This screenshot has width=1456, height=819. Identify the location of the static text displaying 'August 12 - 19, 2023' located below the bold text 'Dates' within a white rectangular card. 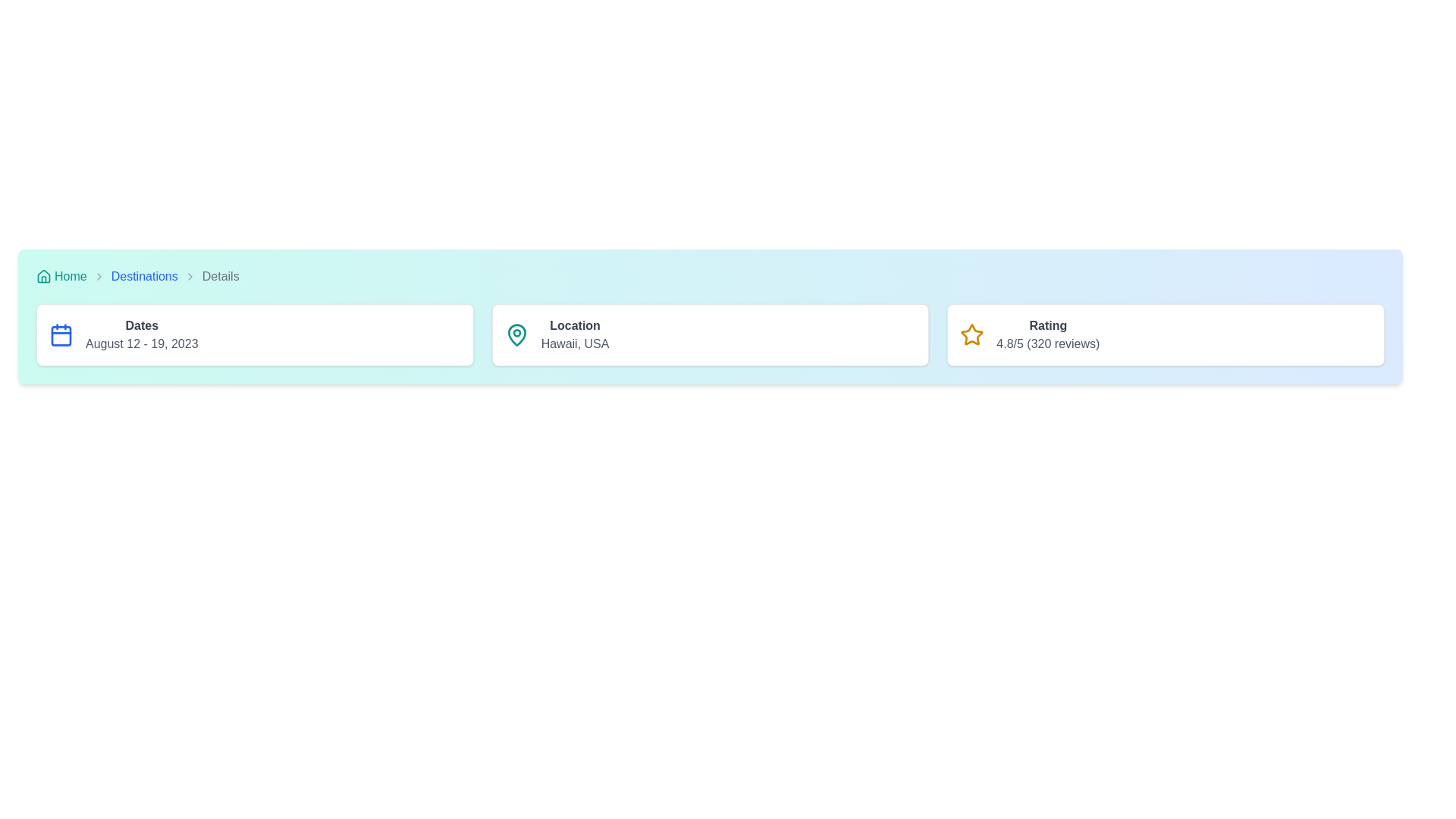
(142, 344).